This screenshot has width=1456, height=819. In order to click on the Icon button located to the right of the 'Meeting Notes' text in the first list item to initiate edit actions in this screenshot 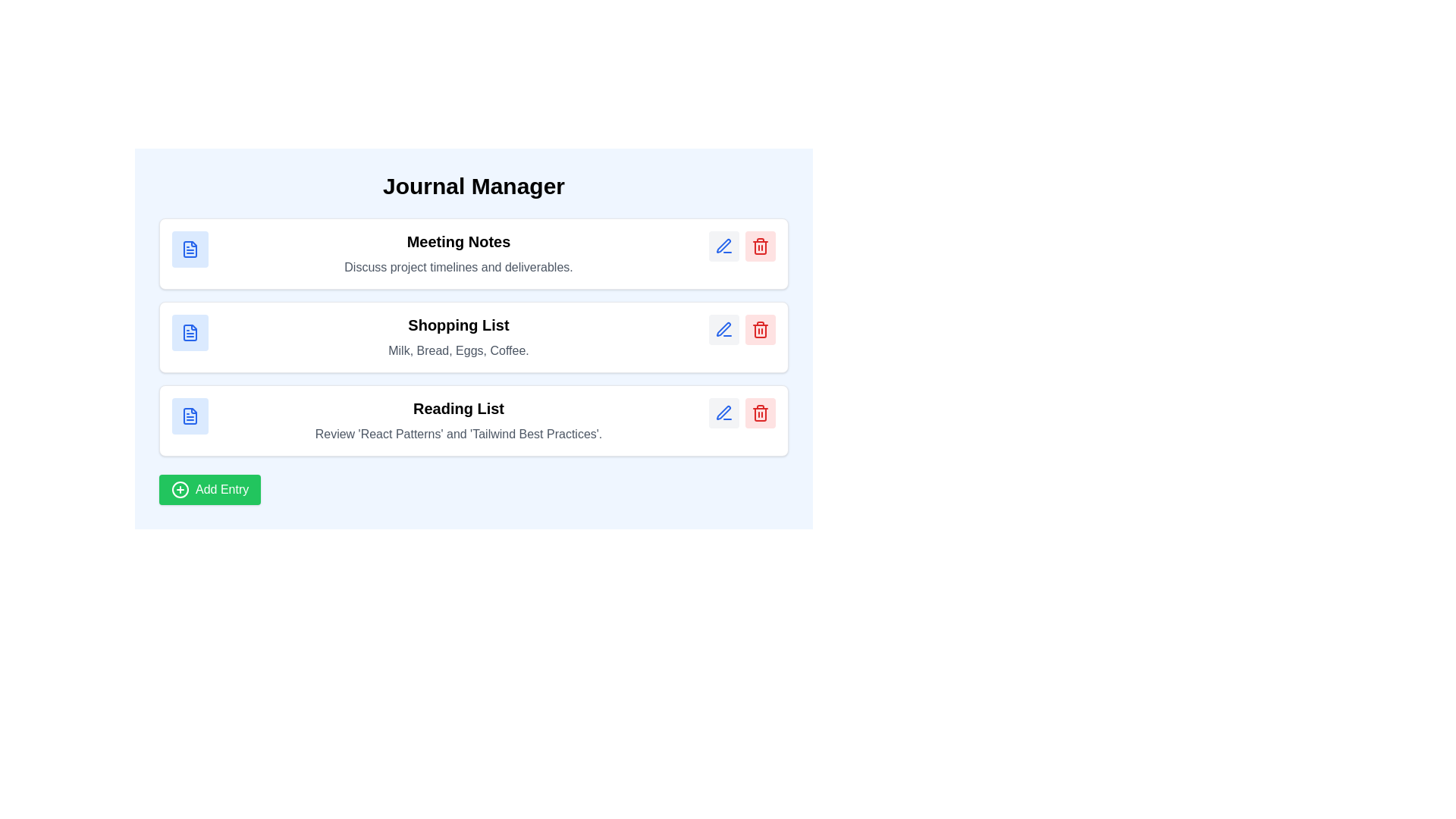, I will do `click(723, 245)`.